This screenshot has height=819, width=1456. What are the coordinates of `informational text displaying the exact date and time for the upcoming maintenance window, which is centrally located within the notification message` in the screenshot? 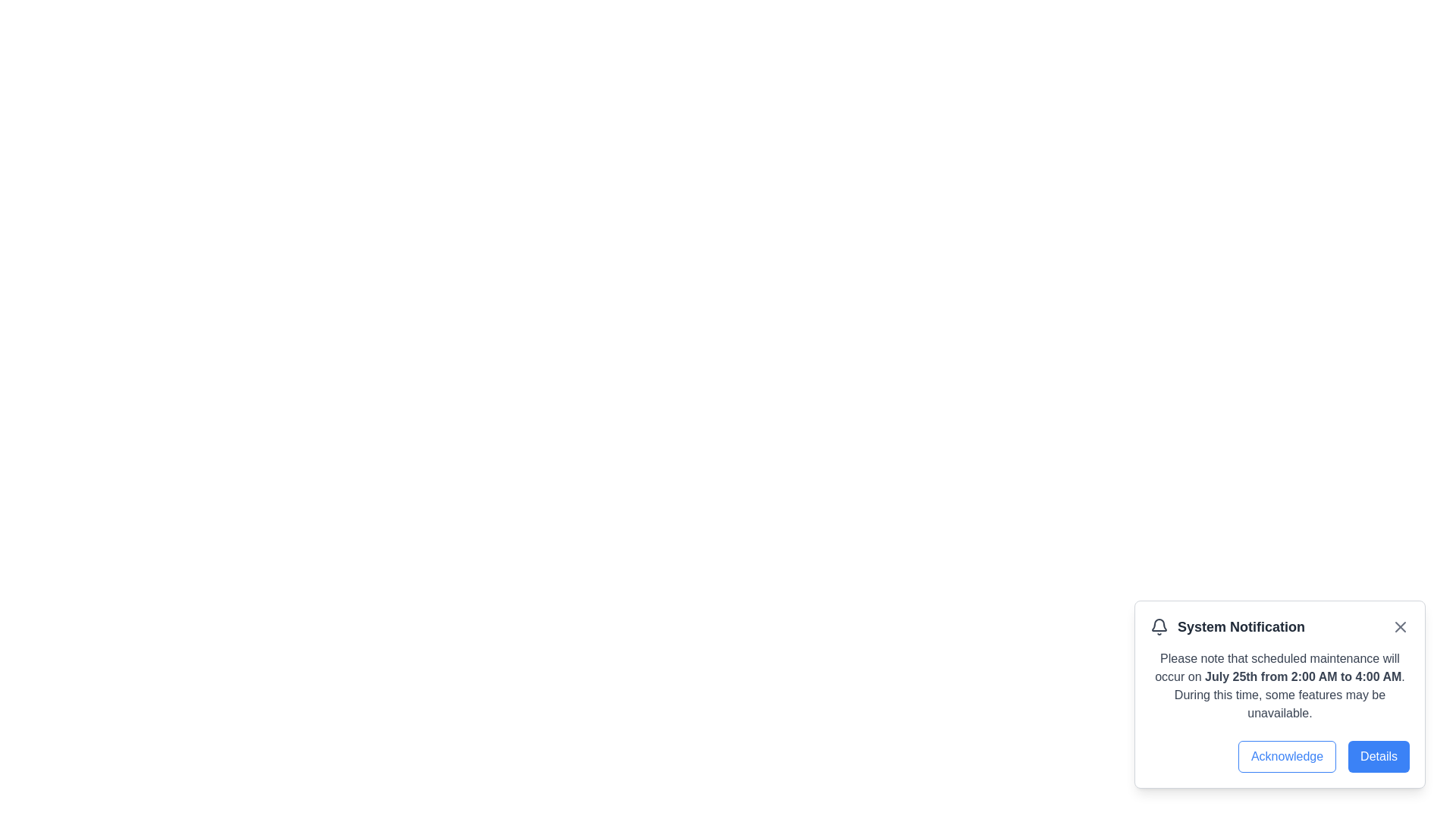 It's located at (1302, 676).